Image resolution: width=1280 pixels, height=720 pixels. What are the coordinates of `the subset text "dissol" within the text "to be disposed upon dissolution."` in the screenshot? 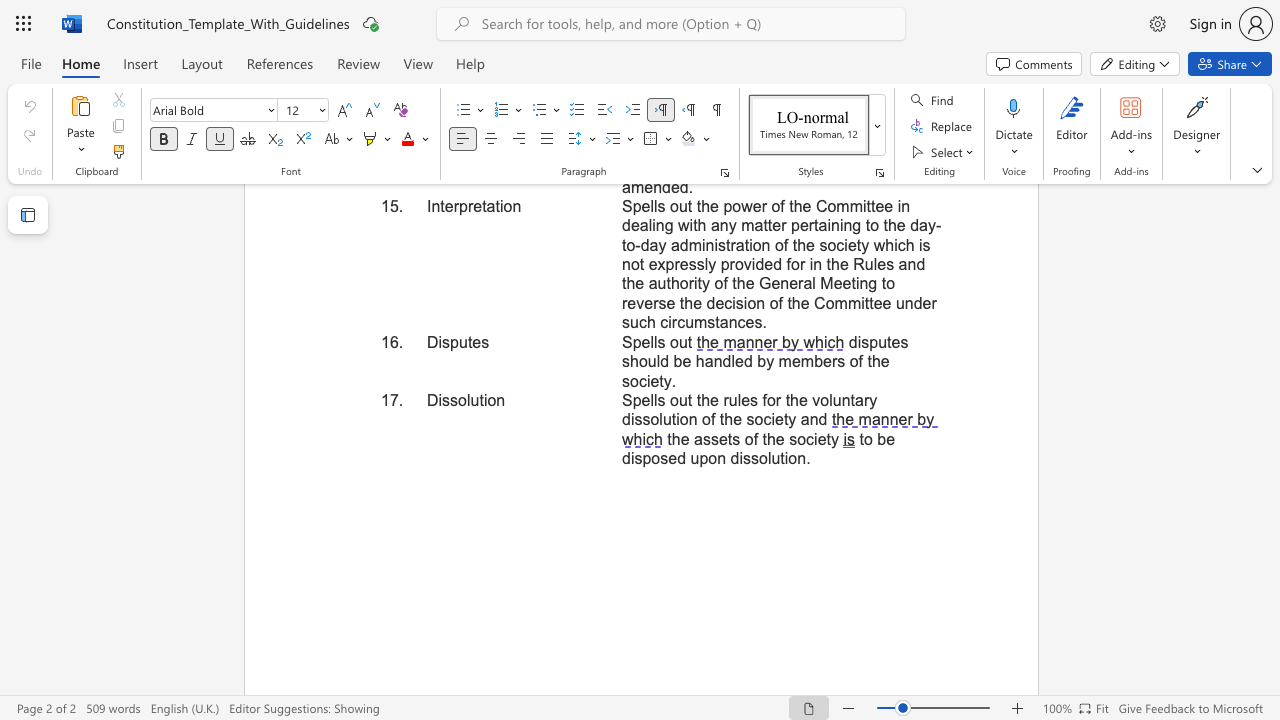 It's located at (729, 458).